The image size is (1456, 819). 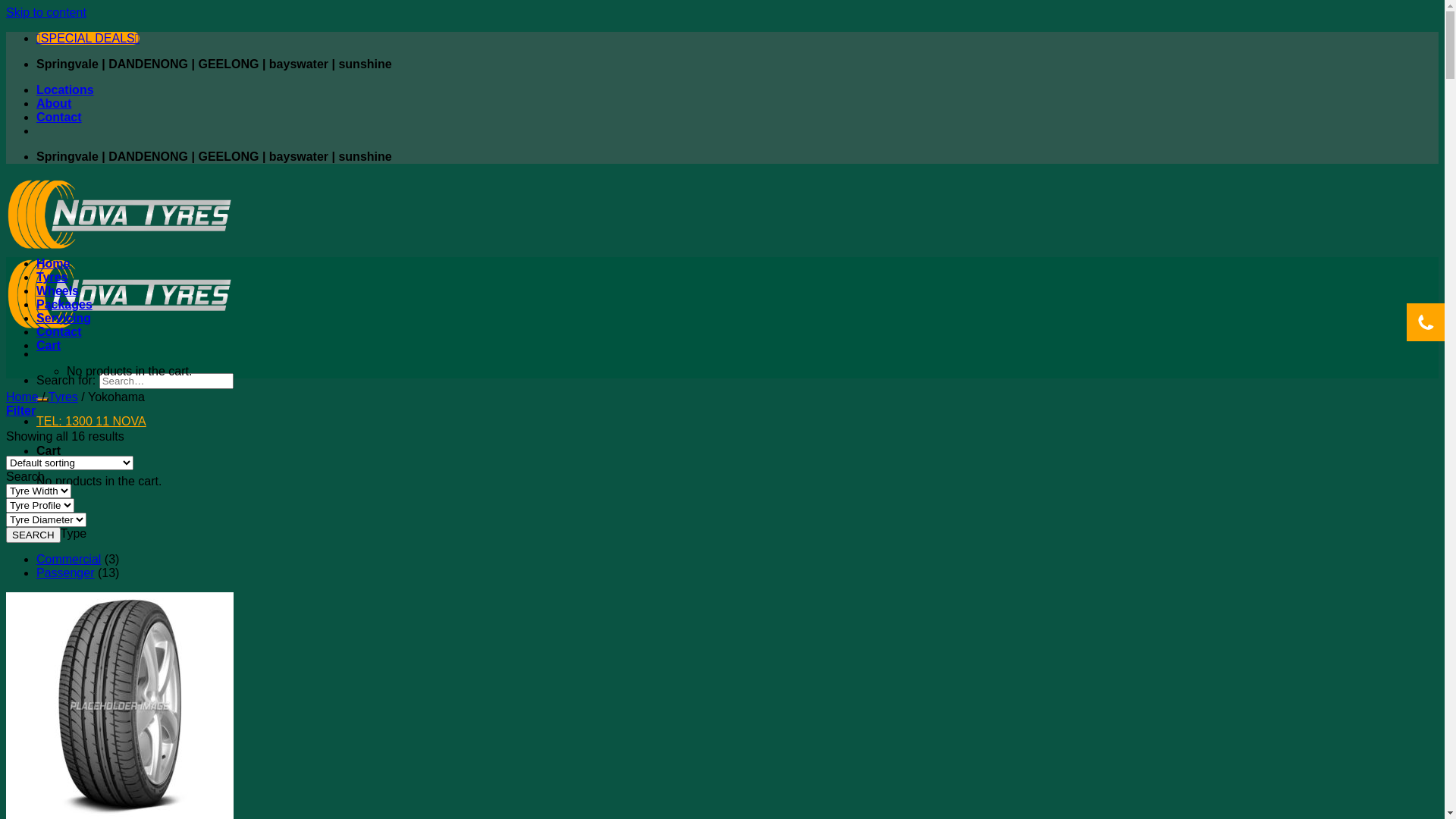 I want to click on 'Servicing', so click(x=62, y=317).